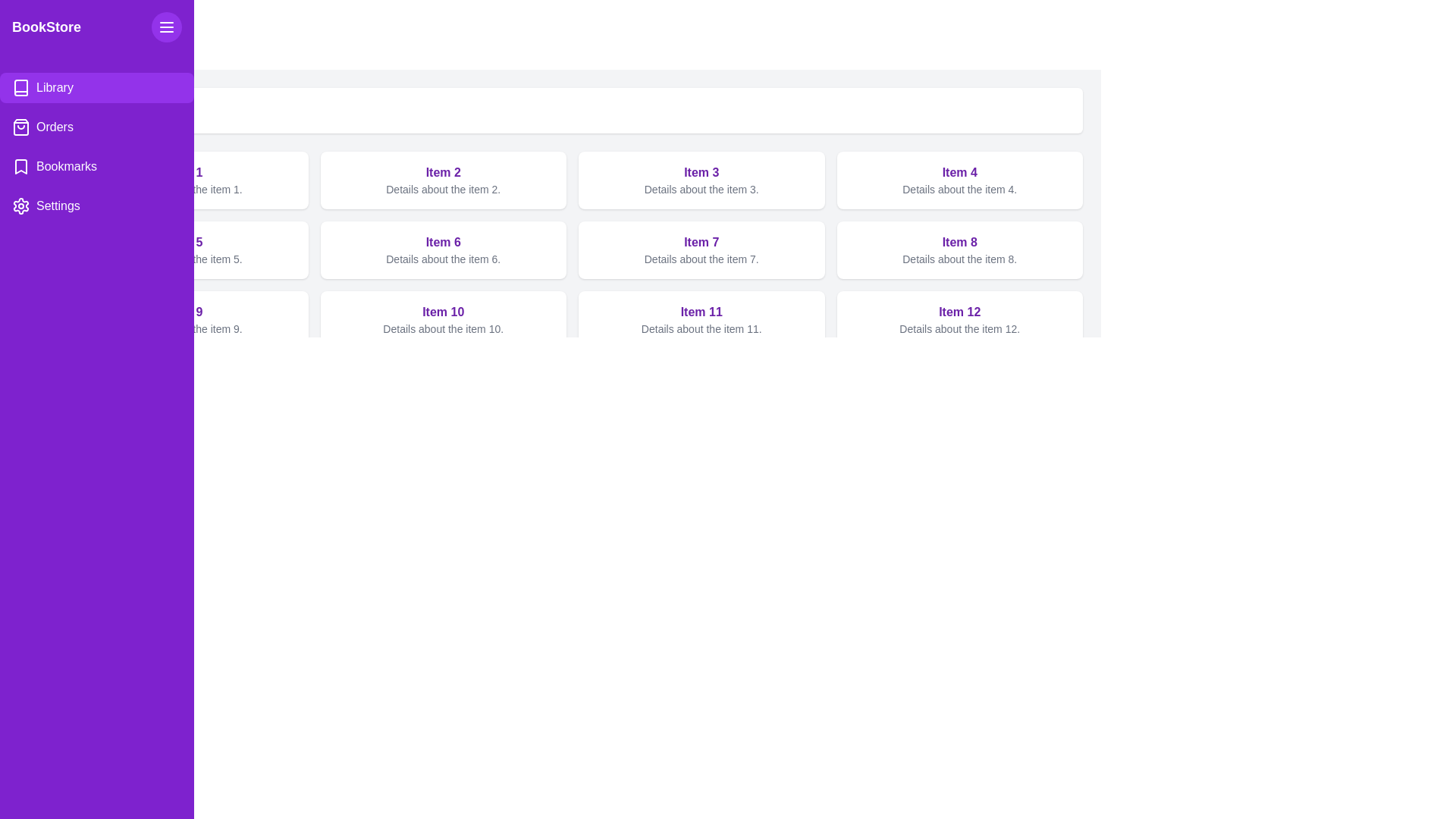 The image size is (1456, 819). Describe the element at coordinates (21, 206) in the screenshot. I see `the Settings icon located in the sidebar menu` at that location.